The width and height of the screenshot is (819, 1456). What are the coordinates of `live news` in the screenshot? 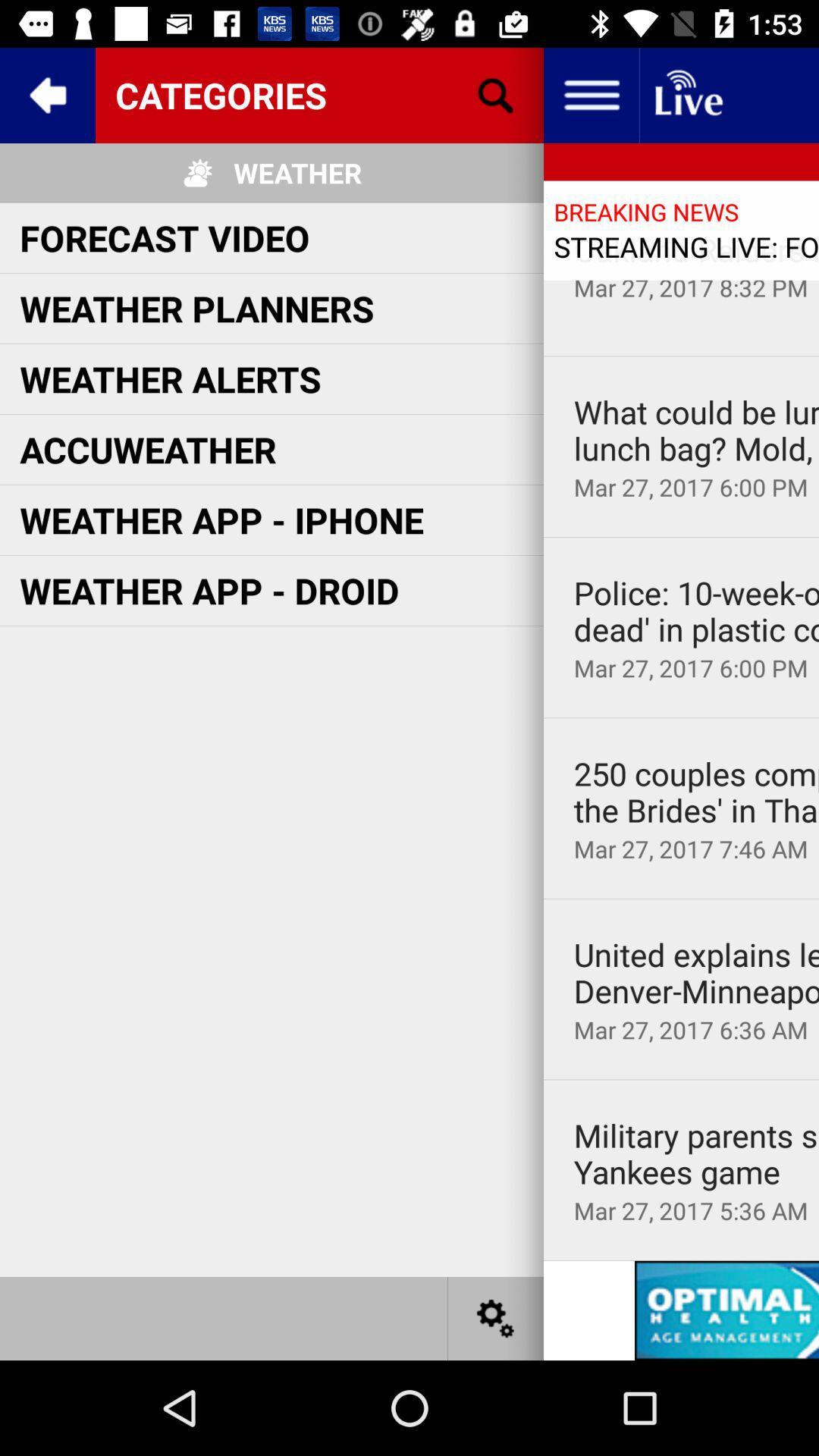 It's located at (687, 94).